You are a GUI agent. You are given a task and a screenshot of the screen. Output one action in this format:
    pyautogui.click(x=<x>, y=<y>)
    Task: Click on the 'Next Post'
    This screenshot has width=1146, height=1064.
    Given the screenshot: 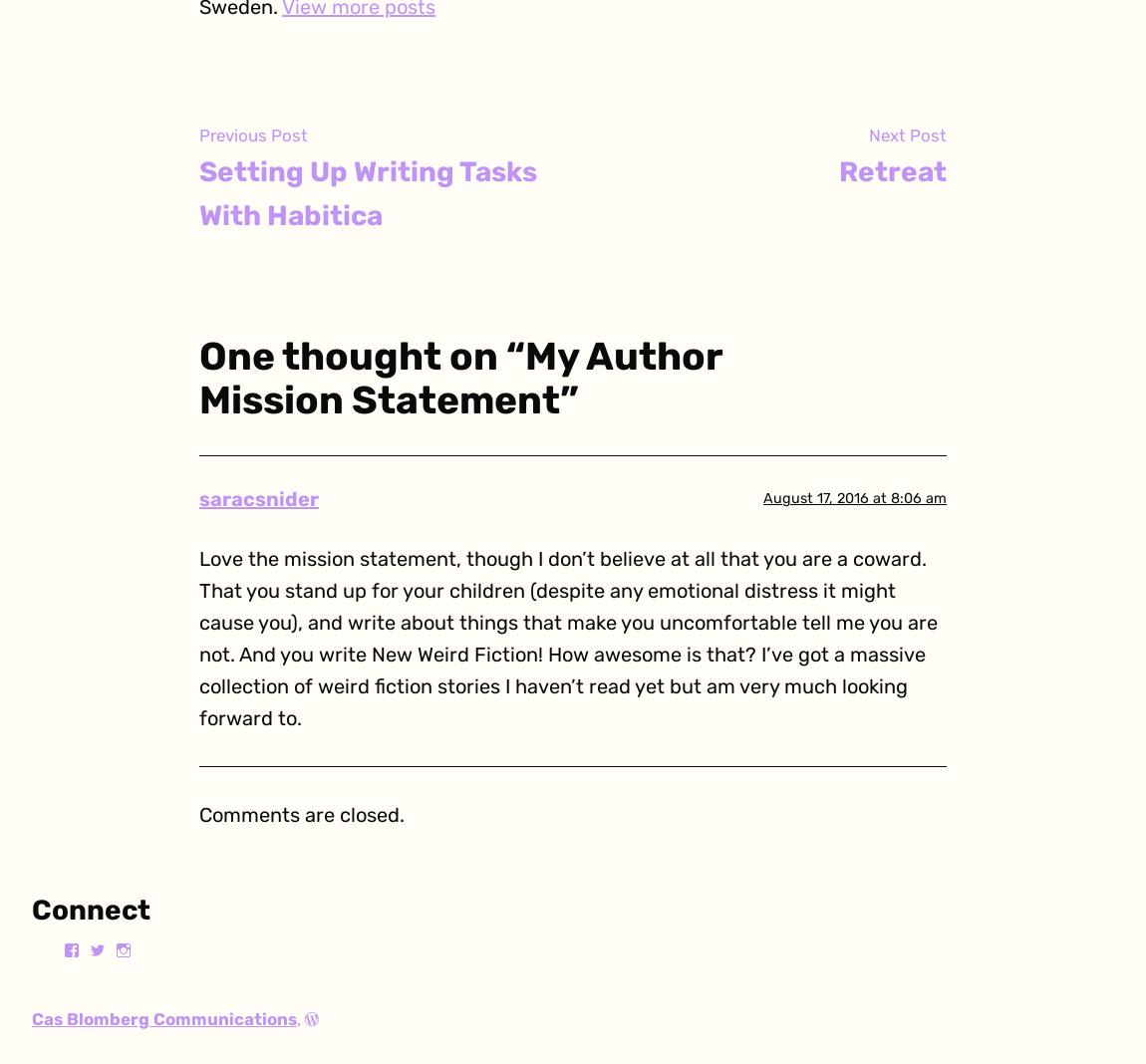 What is the action you would take?
    pyautogui.click(x=908, y=133)
    